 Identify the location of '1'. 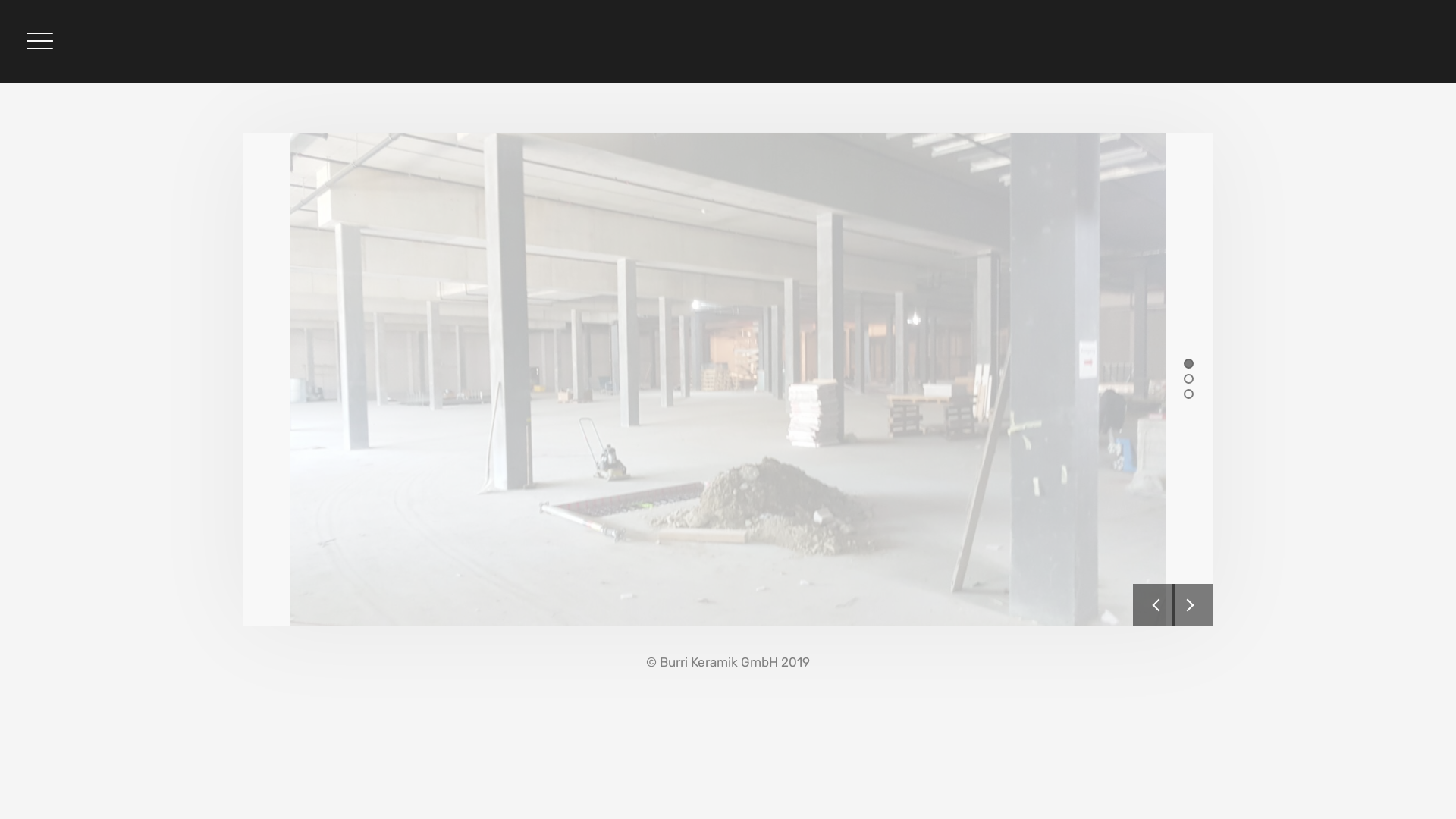
(1188, 362).